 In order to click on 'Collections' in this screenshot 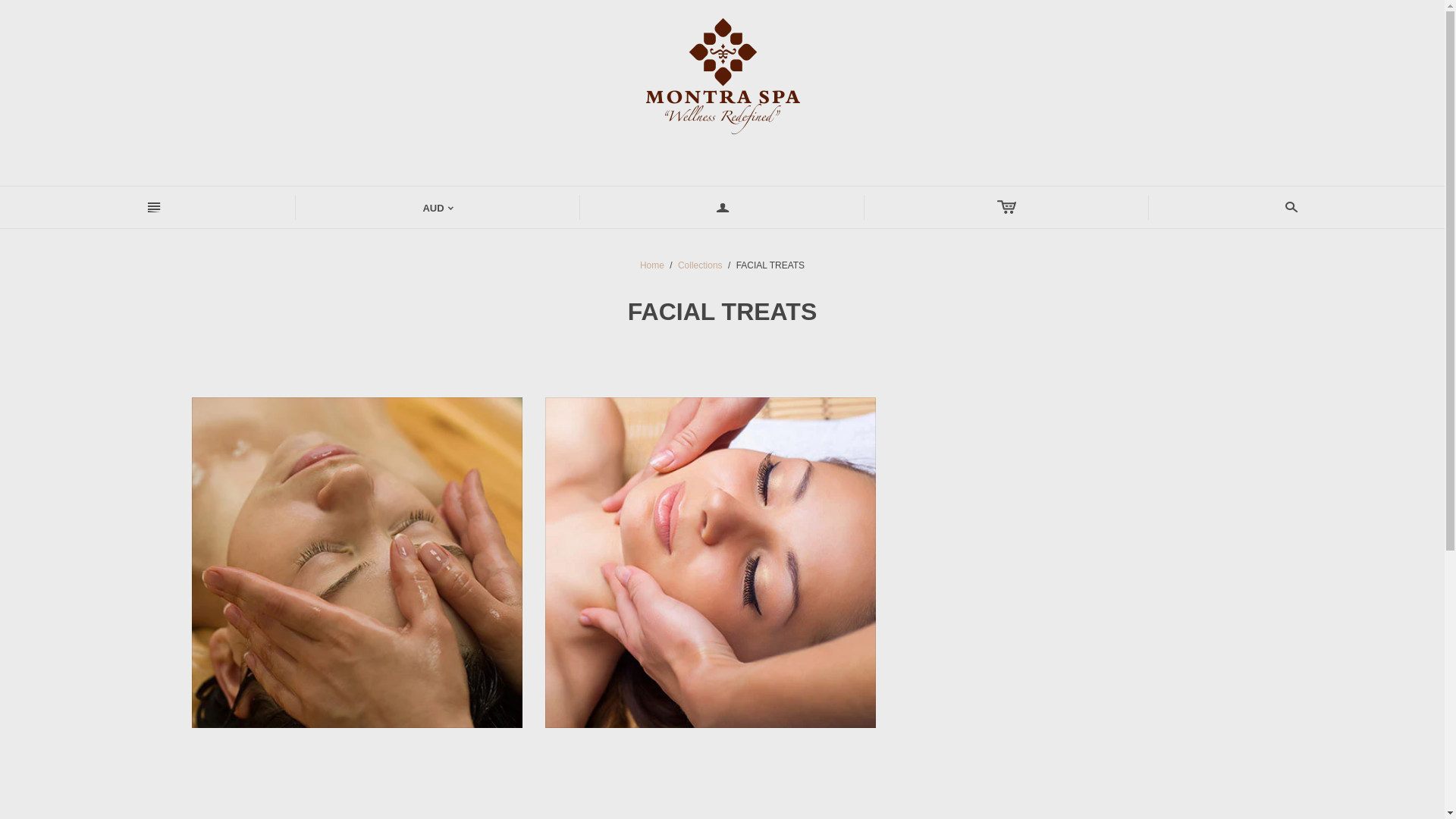, I will do `click(699, 265)`.